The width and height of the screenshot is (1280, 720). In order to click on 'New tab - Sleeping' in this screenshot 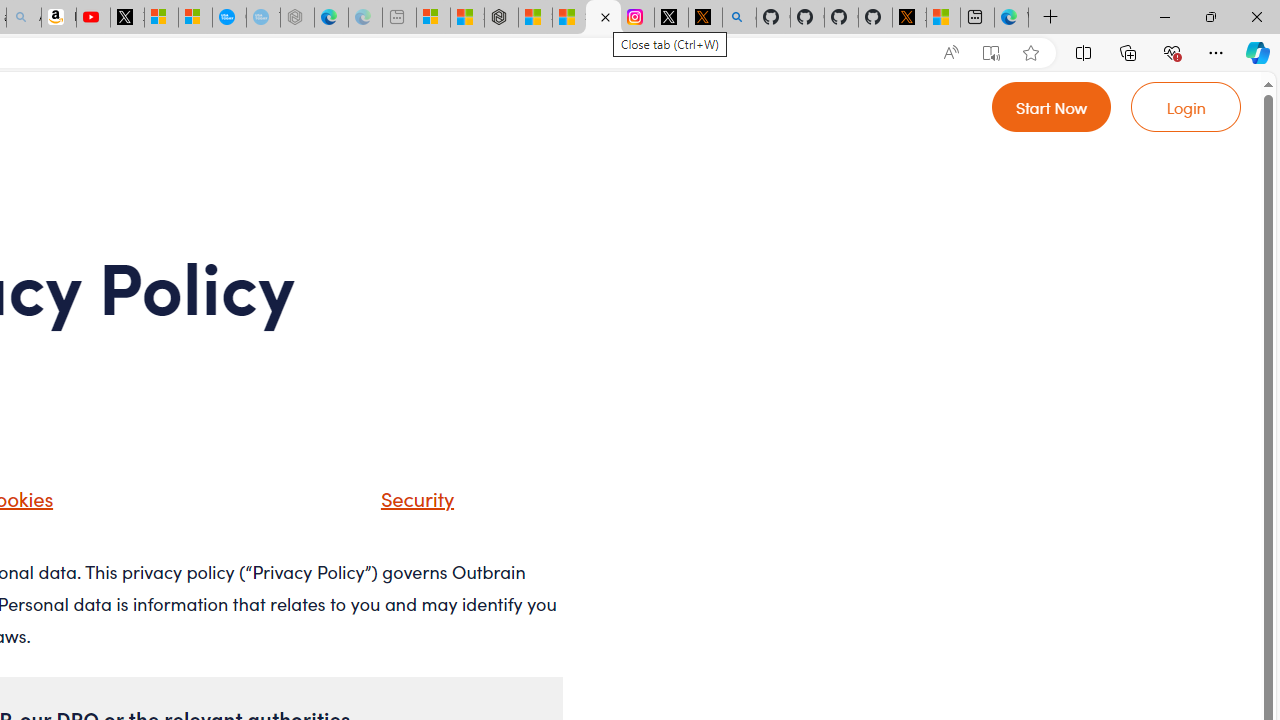, I will do `click(399, 17)`.